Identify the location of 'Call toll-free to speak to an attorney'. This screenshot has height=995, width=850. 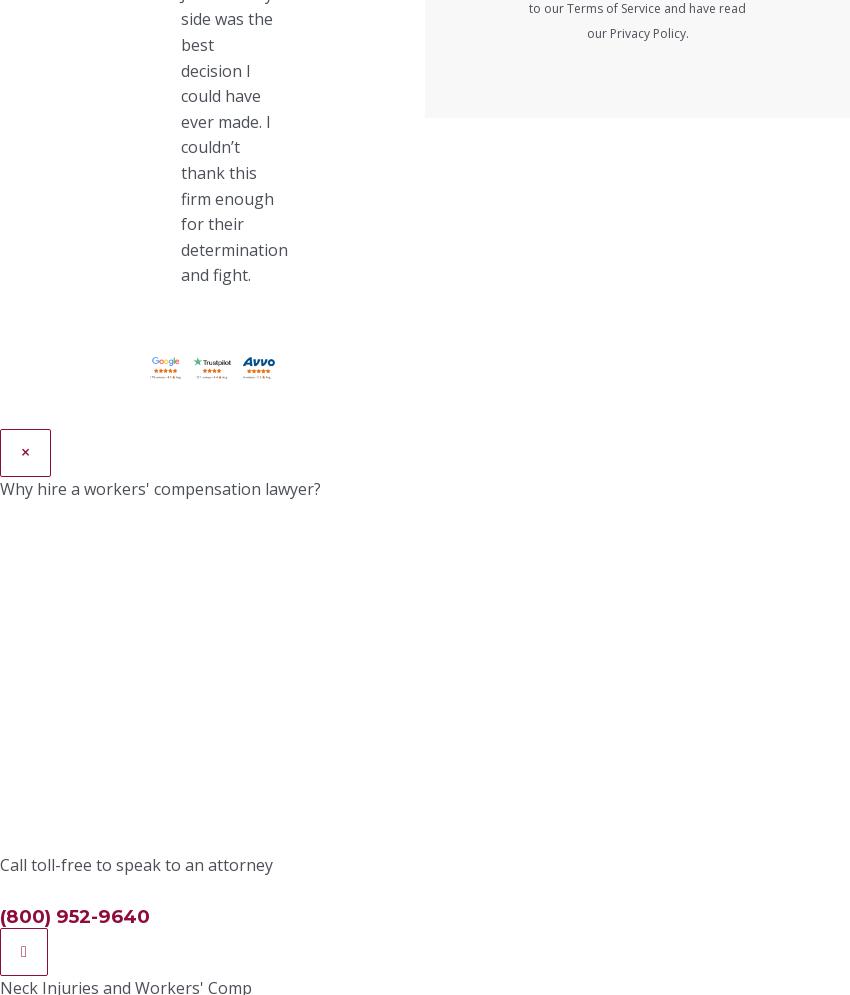
(136, 863).